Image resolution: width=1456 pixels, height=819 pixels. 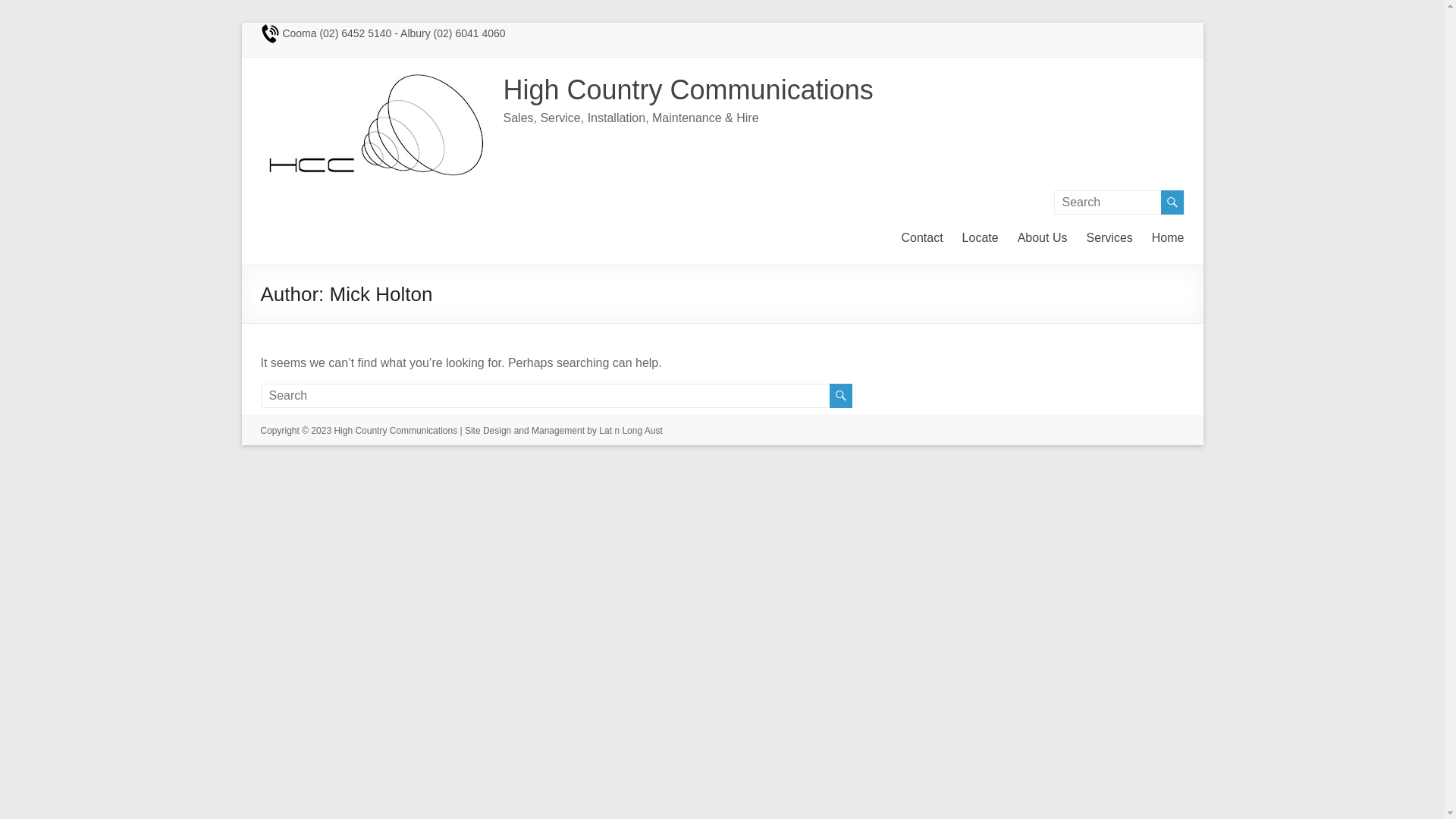 What do you see at coordinates (980, 236) in the screenshot?
I see `'Locate'` at bounding box center [980, 236].